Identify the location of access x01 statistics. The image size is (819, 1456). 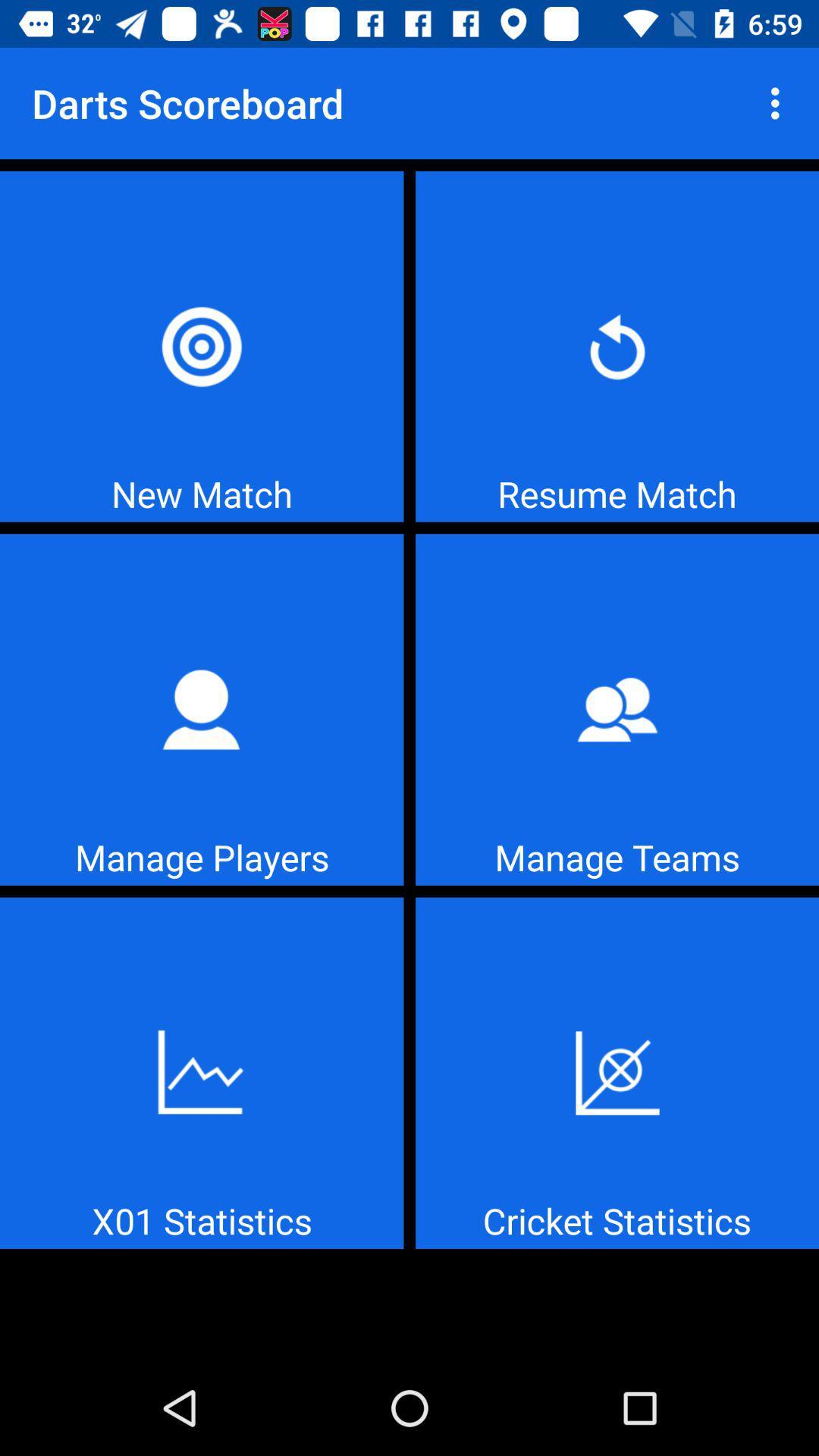
(201, 1072).